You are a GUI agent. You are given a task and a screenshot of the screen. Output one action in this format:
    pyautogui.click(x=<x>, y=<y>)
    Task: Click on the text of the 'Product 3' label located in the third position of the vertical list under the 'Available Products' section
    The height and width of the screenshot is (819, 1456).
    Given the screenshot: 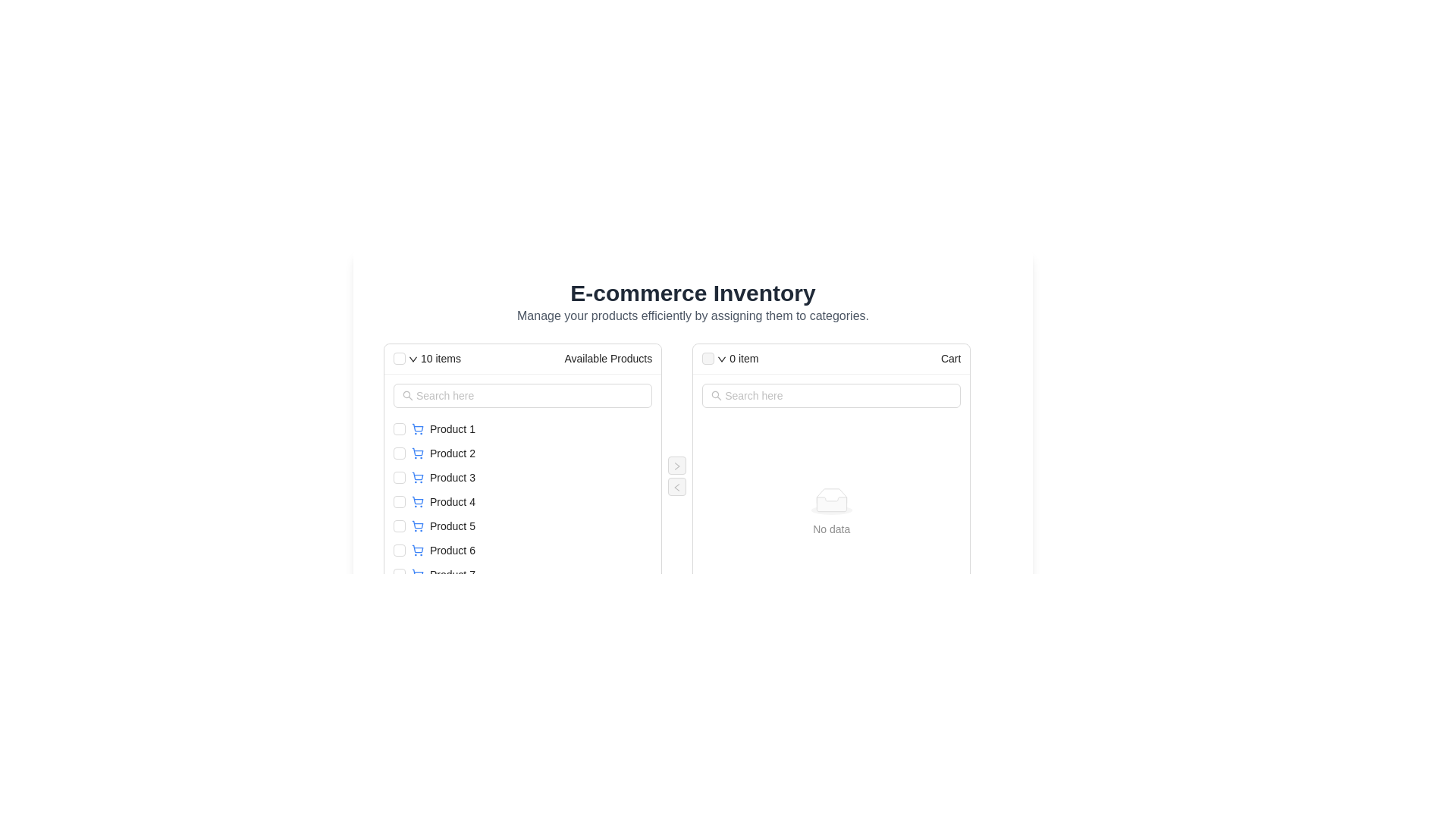 What is the action you would take?
    pyautogui.click(x=451, y=476)
    